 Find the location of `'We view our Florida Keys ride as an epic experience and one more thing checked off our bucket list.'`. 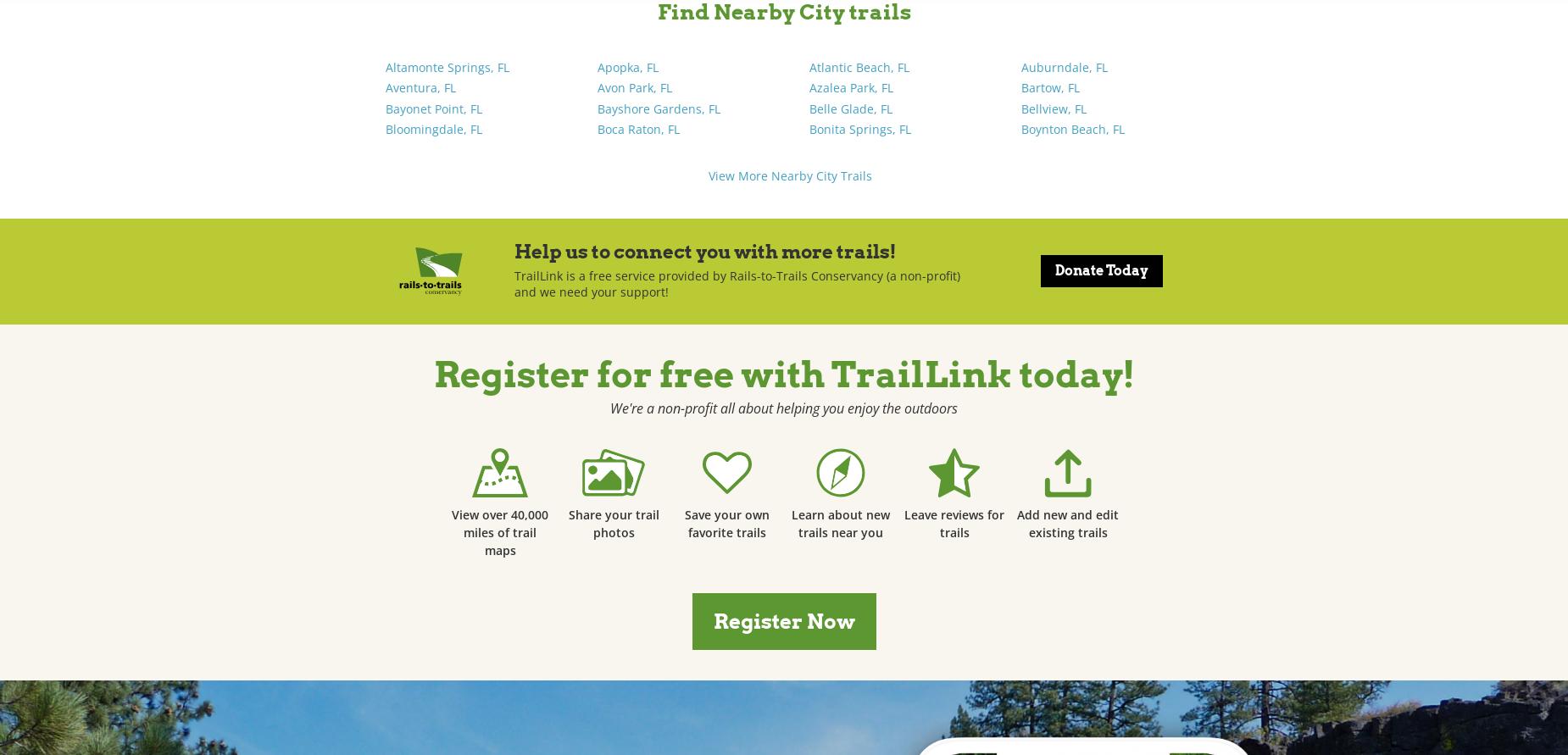

'We view our Florida Keys ride as an epic experience and one more thing checked off our bucket list.' is located at coordinates (1056, 391).